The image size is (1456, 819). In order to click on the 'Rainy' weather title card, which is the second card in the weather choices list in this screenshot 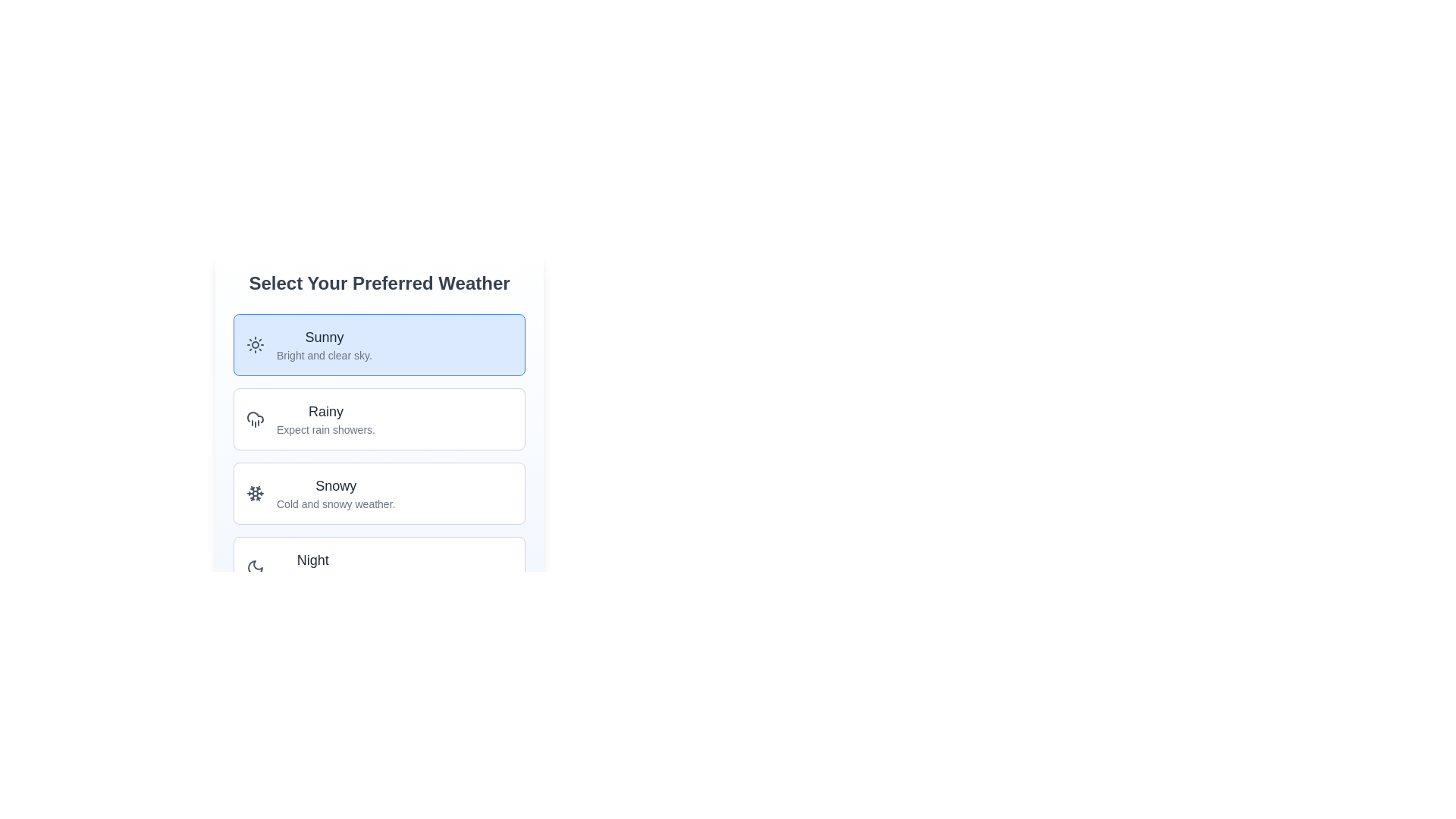, I will do `click(325, 412)`.